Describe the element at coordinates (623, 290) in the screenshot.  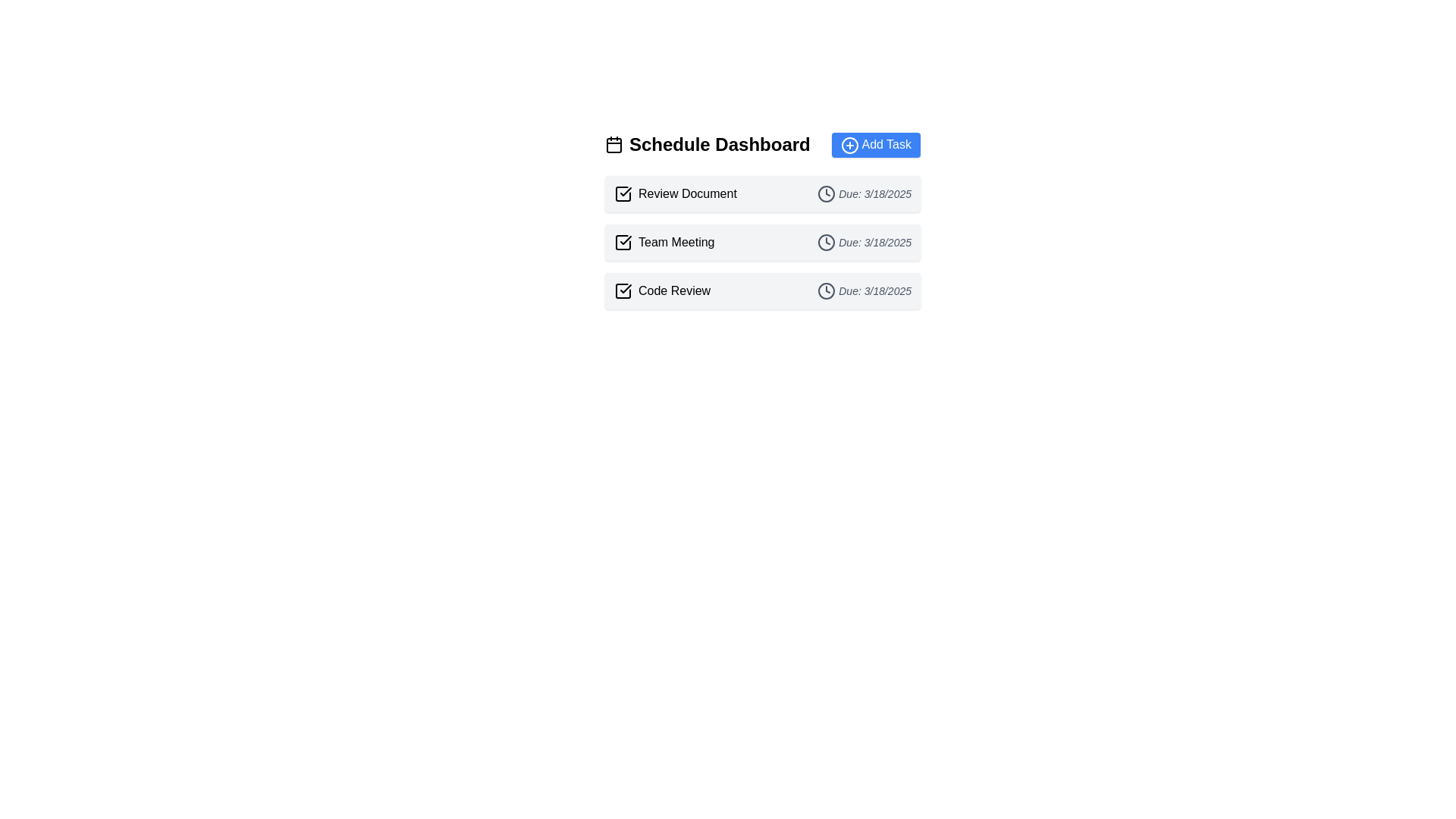
I see `the square-shaped icon with a checkmark inside it, styled with rounded corners, located at the far left of the 'Code Review' item in the list` at that location.